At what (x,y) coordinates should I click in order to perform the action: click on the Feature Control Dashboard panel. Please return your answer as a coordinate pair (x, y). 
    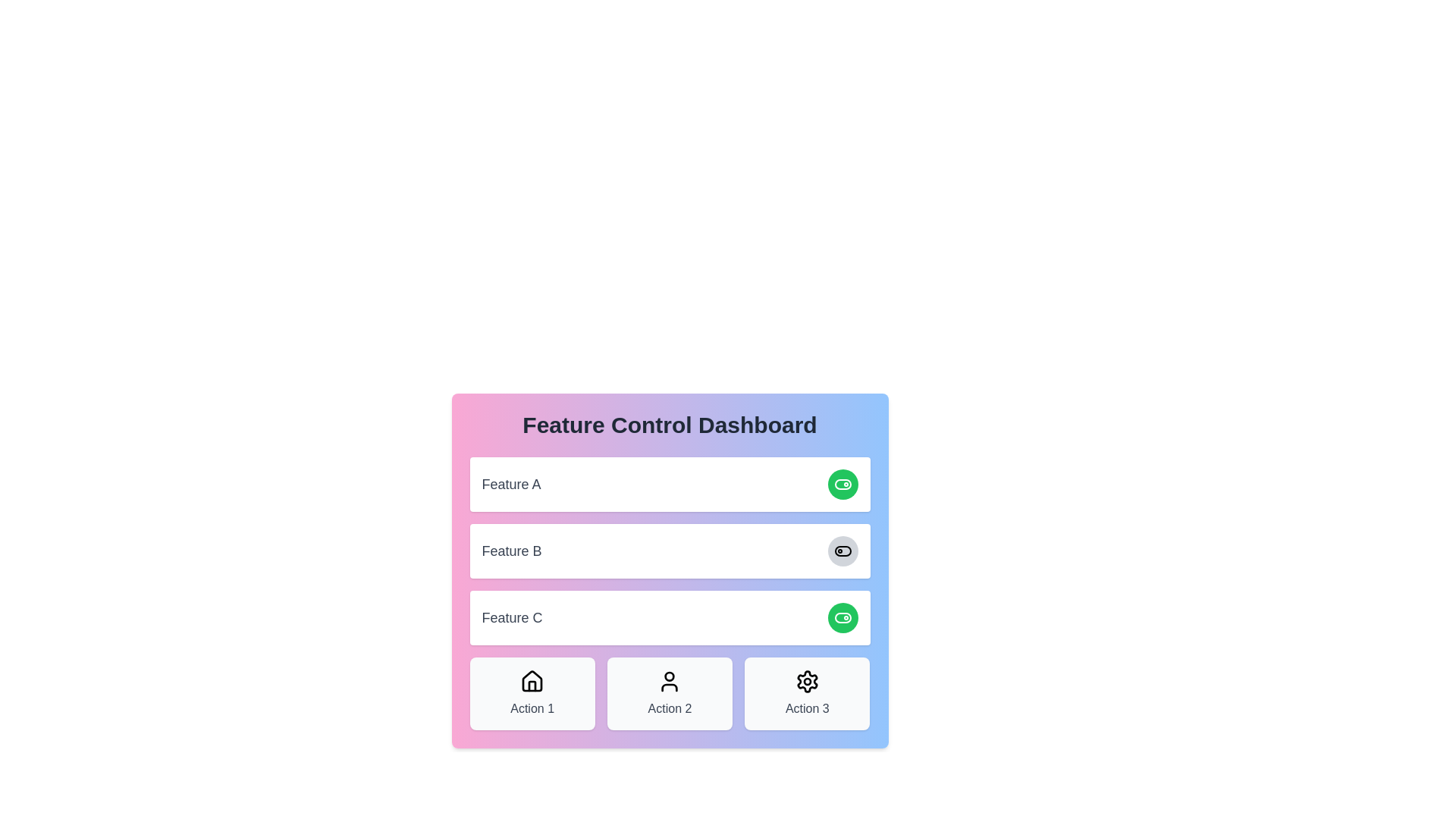
    Looking at the image, I should click on (669, 570).